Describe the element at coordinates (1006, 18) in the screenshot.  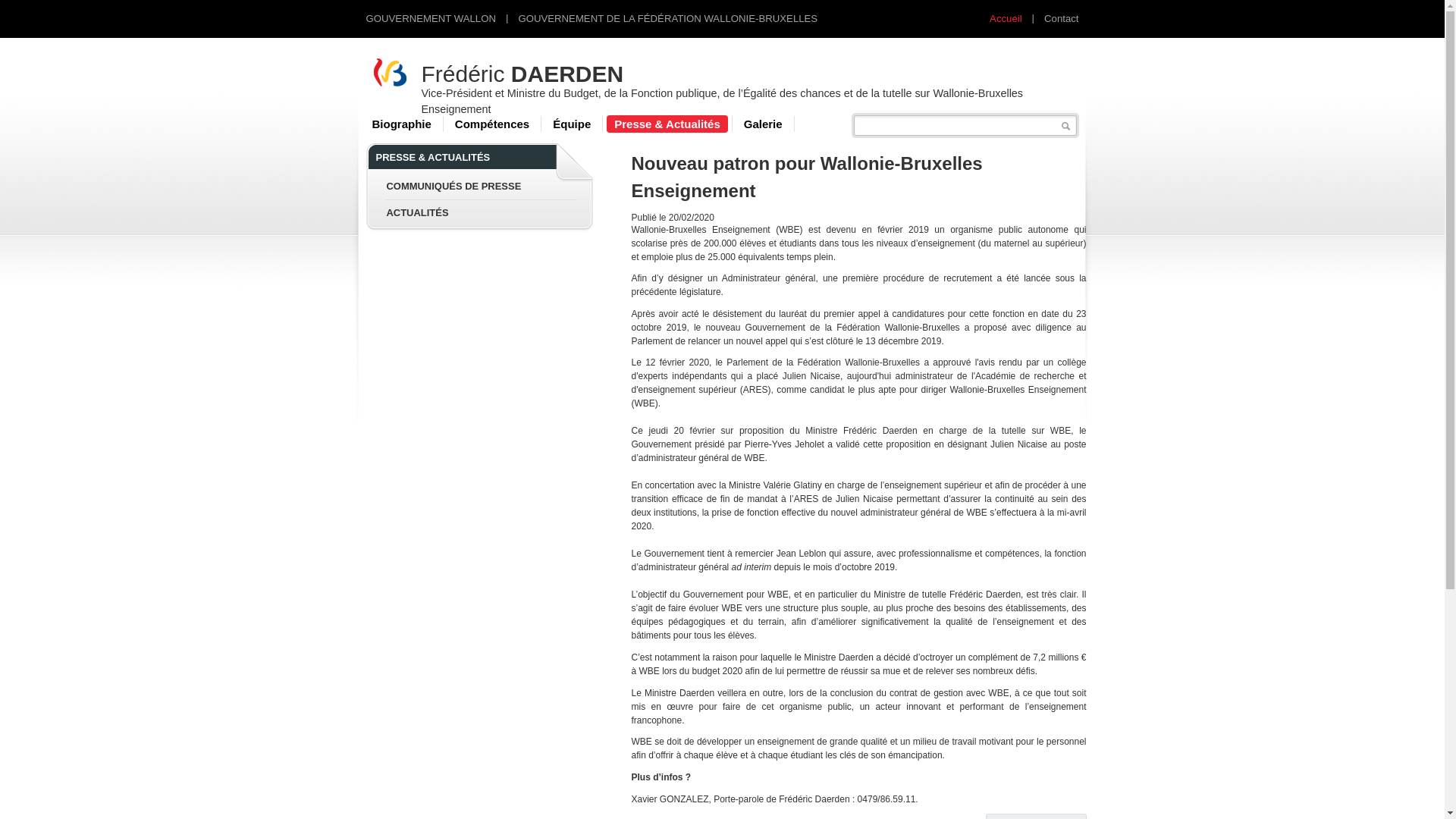
I see `'Accueil'` at that location.